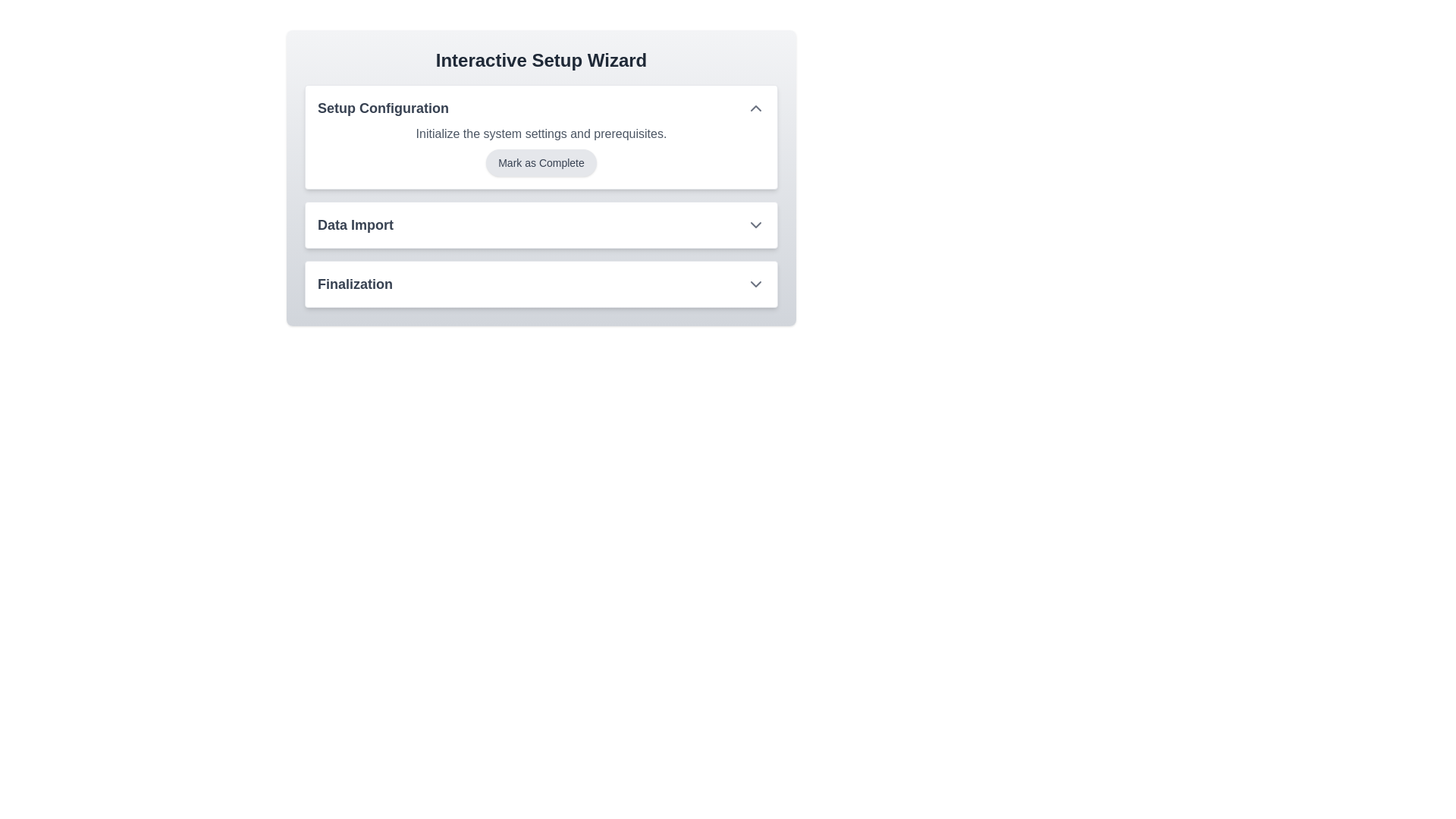  I want to click on the static text providing instructions in the 'Setup Configuration' section of the 'Interactive Setup Wizard', located above the 'Mark as Complete' button, so click(541, 133).